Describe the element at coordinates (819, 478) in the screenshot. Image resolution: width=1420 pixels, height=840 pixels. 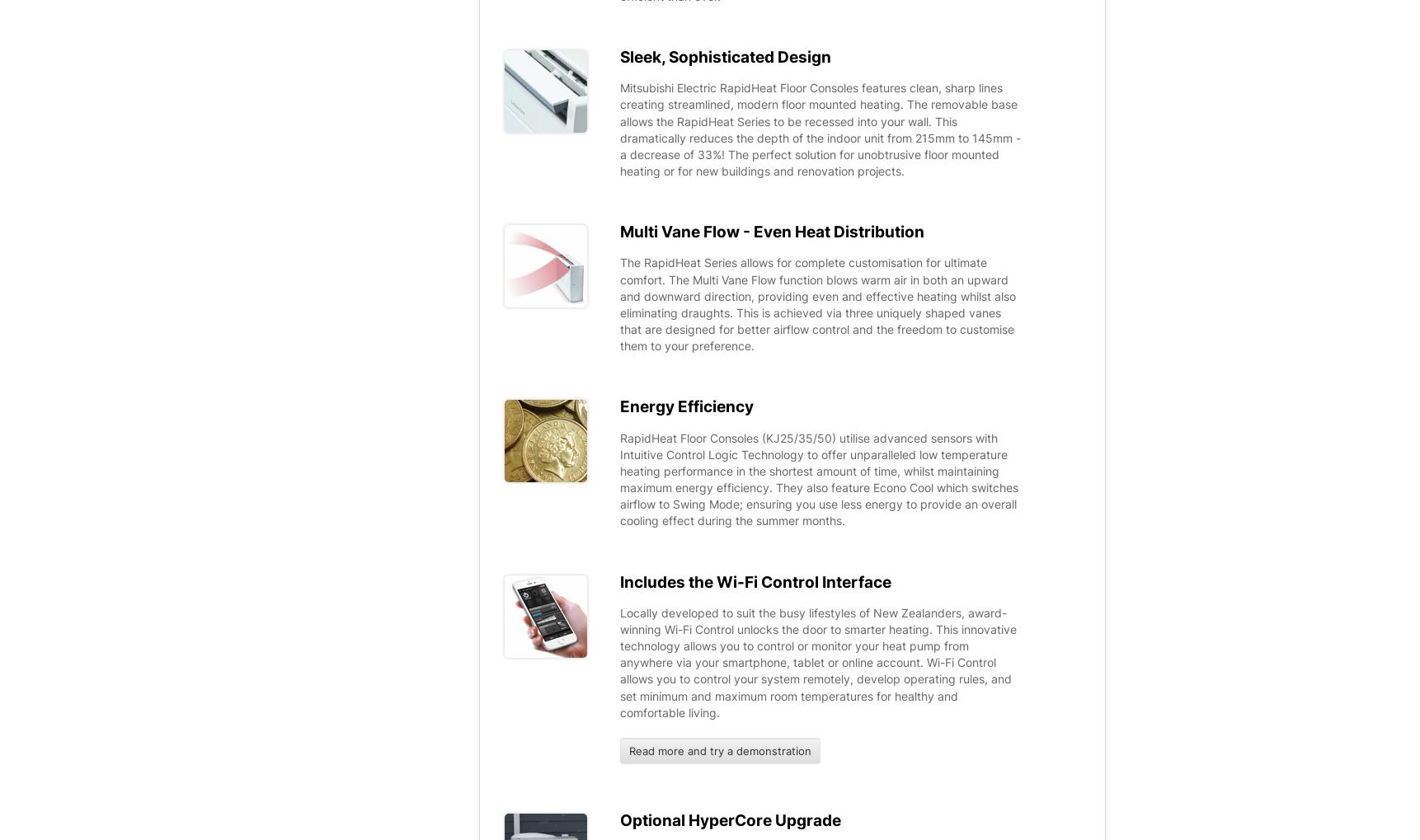
I see `'RapidHeat Floor Consoles (KJ25/35/50) utilise advanced sensors with Intuitive Control Logic Technology to offer unparalleled low temperature heating performance in the shortest amount of time, whilst maintaining maximum energy efficiency. They also feature Econo Cool which switches airflow to Swing Mode; ensuring you use less energy to provide an overall cooling effect during the summer months.'` at that location.